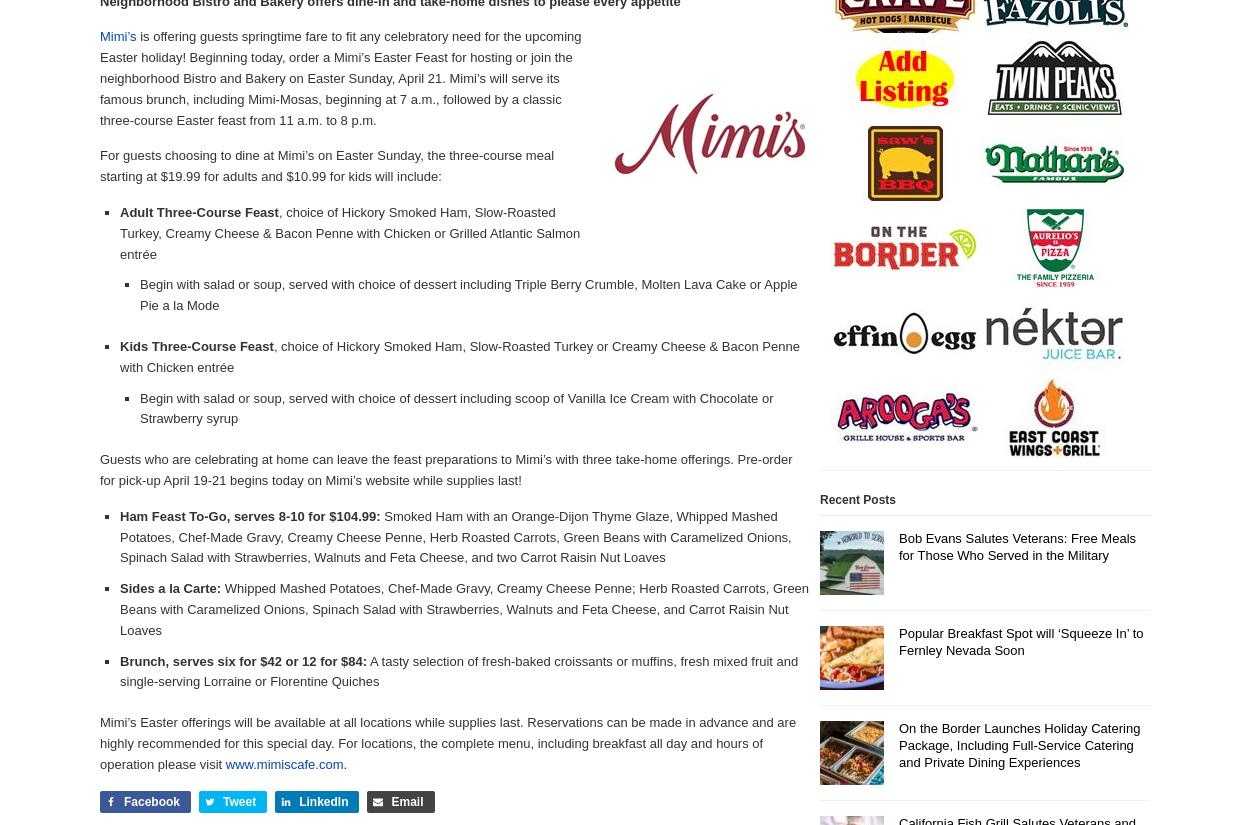  What do you see at coordinates (344, 762) in the screenshot?
I see `'.'` at bounding box center [344, 762].